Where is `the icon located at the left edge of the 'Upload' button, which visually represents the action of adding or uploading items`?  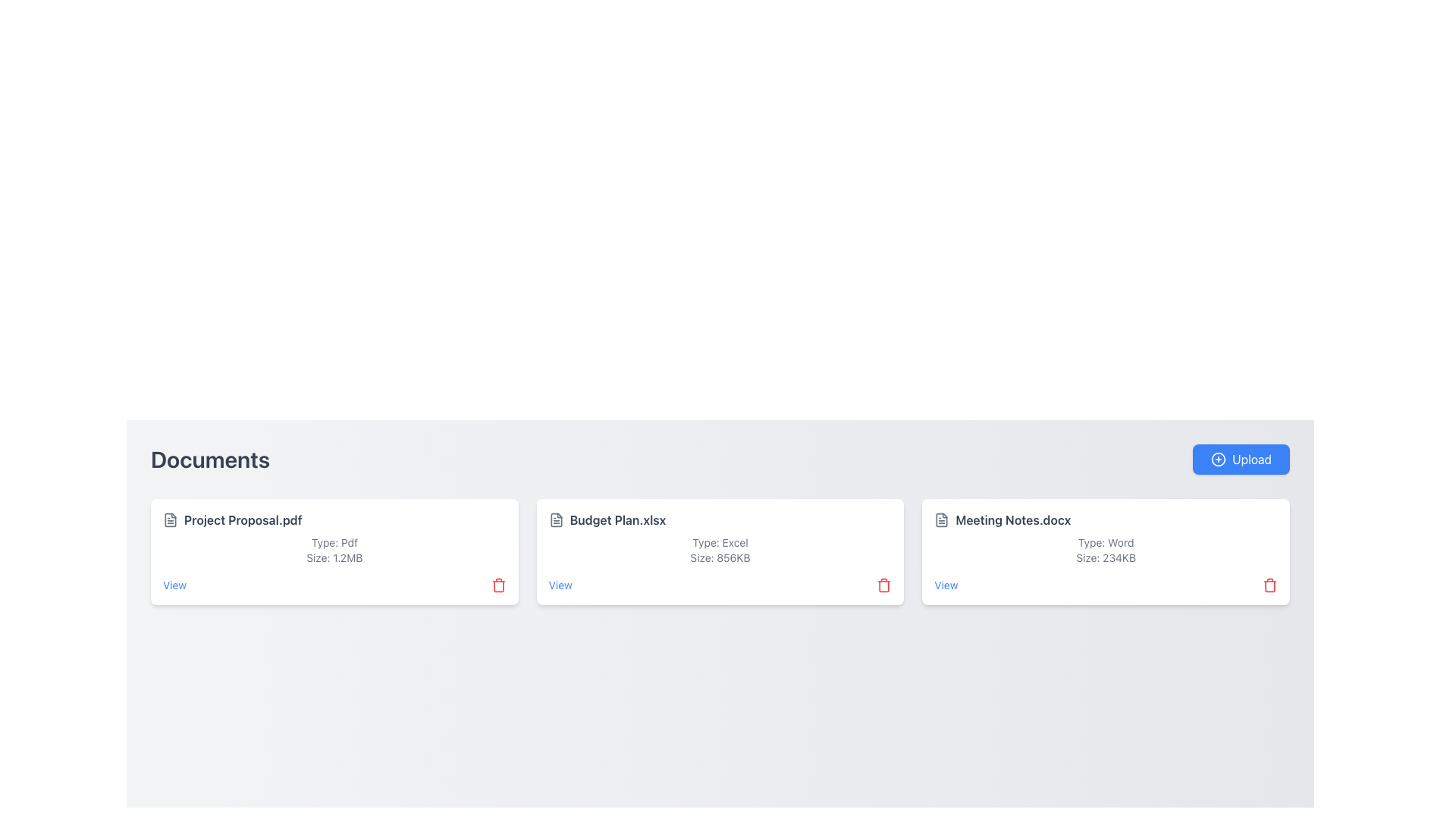 the icon located at the left edge of the 'Upload' button, which visually represents the action of adding or uploading items is located at coordinates (1219, 458).